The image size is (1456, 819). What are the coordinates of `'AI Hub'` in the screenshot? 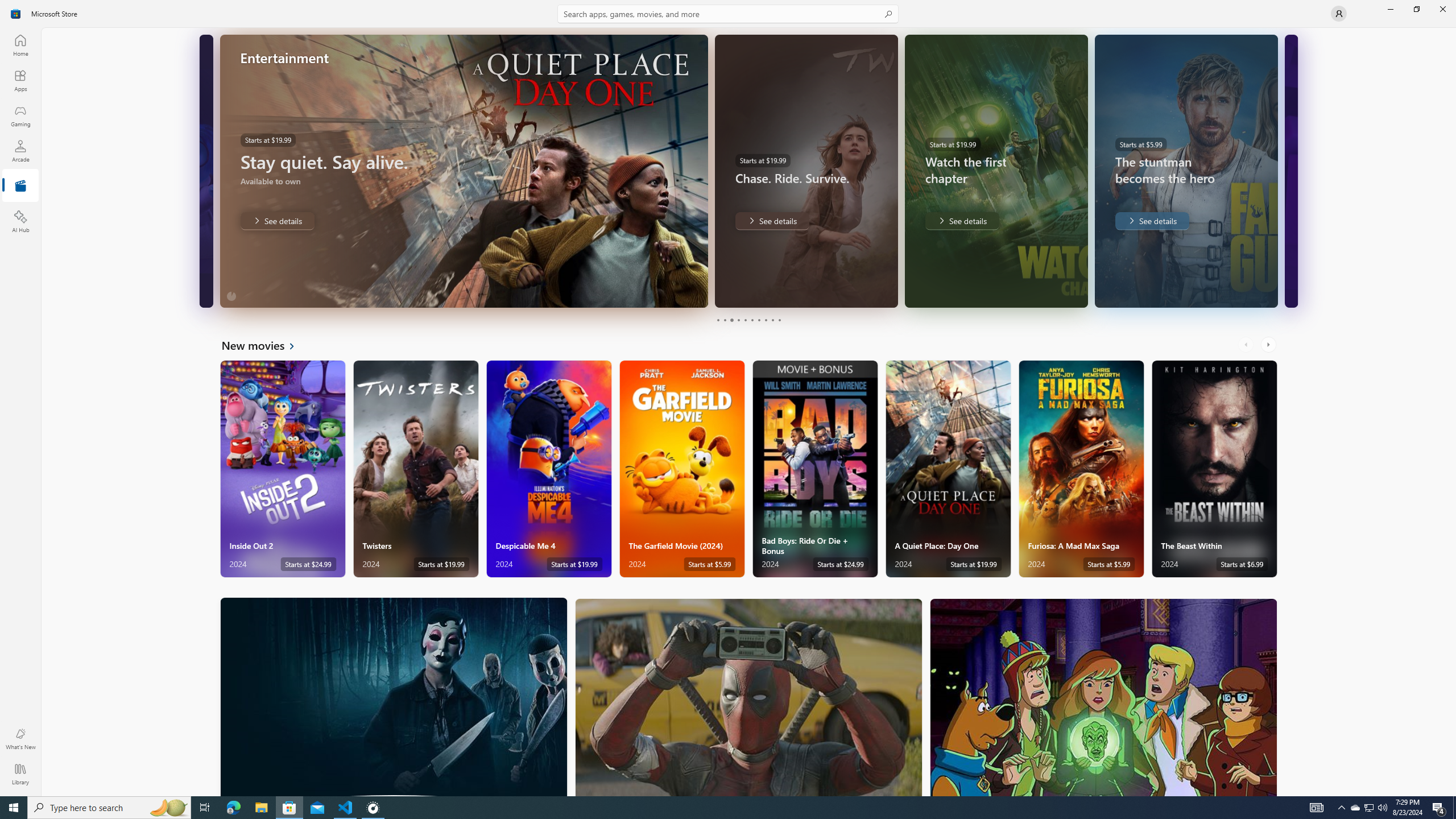 It's located at (19, 221).